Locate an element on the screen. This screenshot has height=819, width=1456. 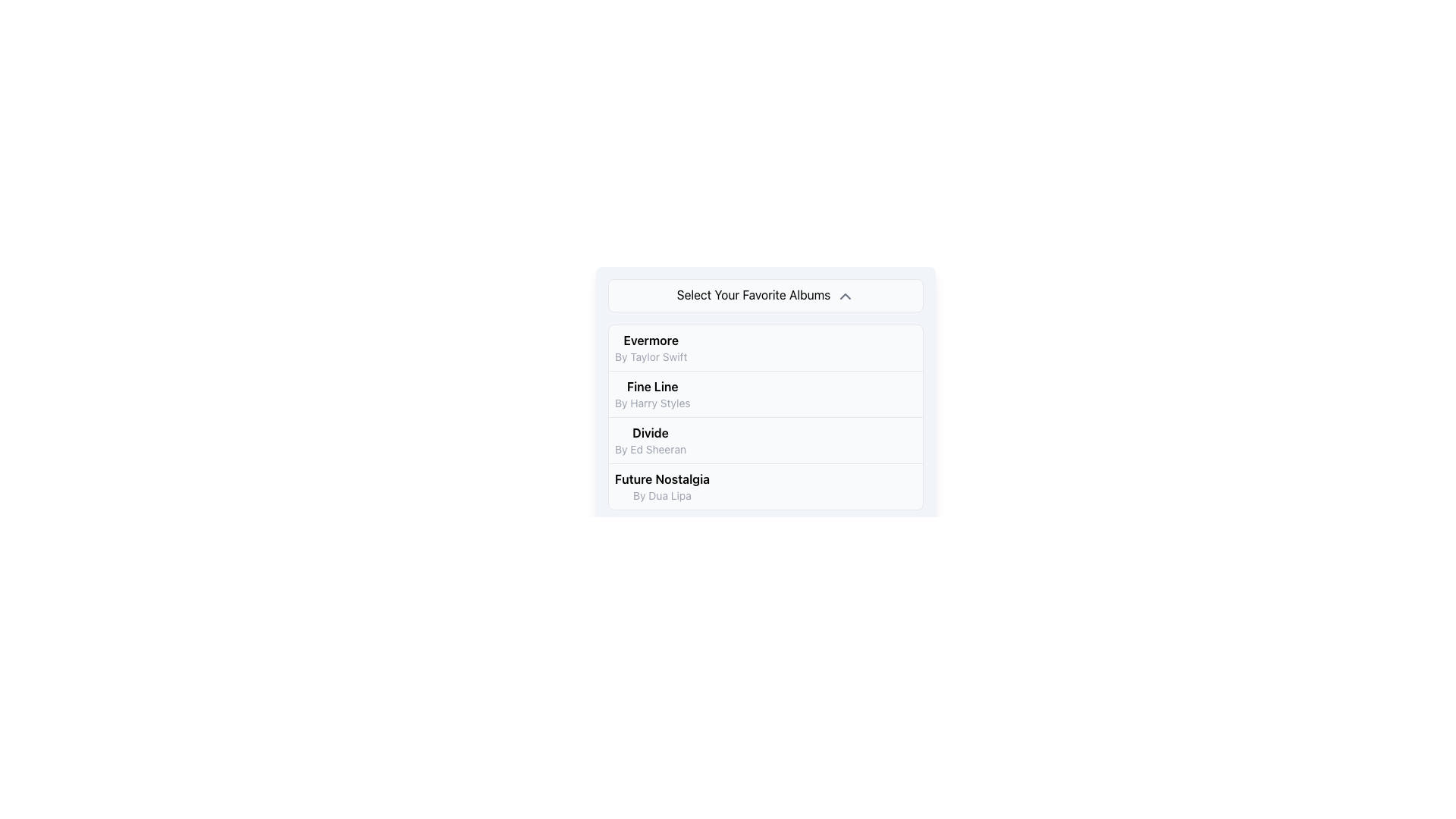
the fourth list item representing the album 'Future Nostalgia' by Dua Lipa is located at coordinates (765, 485).